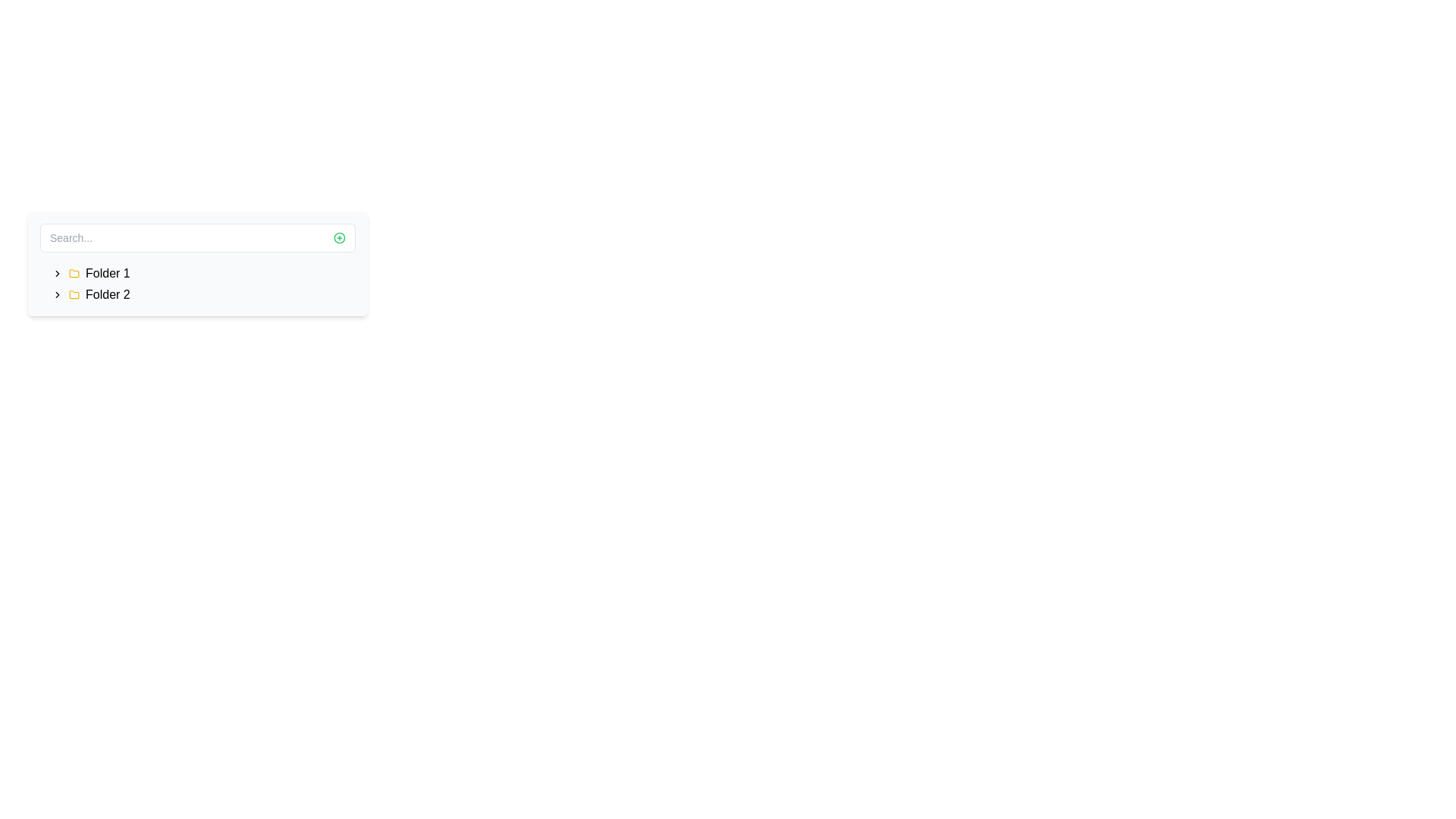 The width and height of the screenshot is (1456, 819). I want to click on the 'Folder 1' text label, so click(107, 274).